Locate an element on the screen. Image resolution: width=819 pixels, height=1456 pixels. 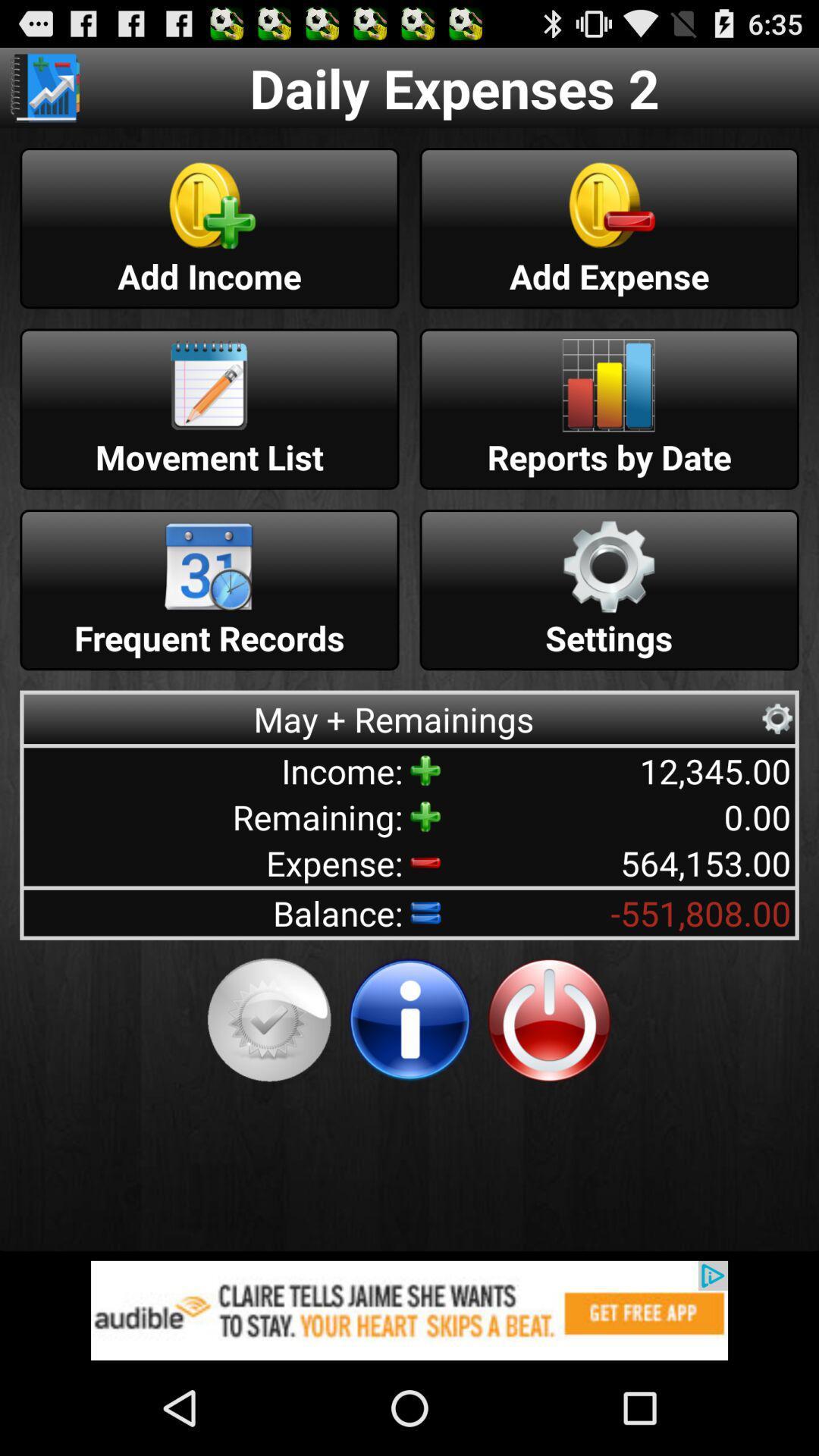
open advertisement page is located at coordinates (409, 1310).